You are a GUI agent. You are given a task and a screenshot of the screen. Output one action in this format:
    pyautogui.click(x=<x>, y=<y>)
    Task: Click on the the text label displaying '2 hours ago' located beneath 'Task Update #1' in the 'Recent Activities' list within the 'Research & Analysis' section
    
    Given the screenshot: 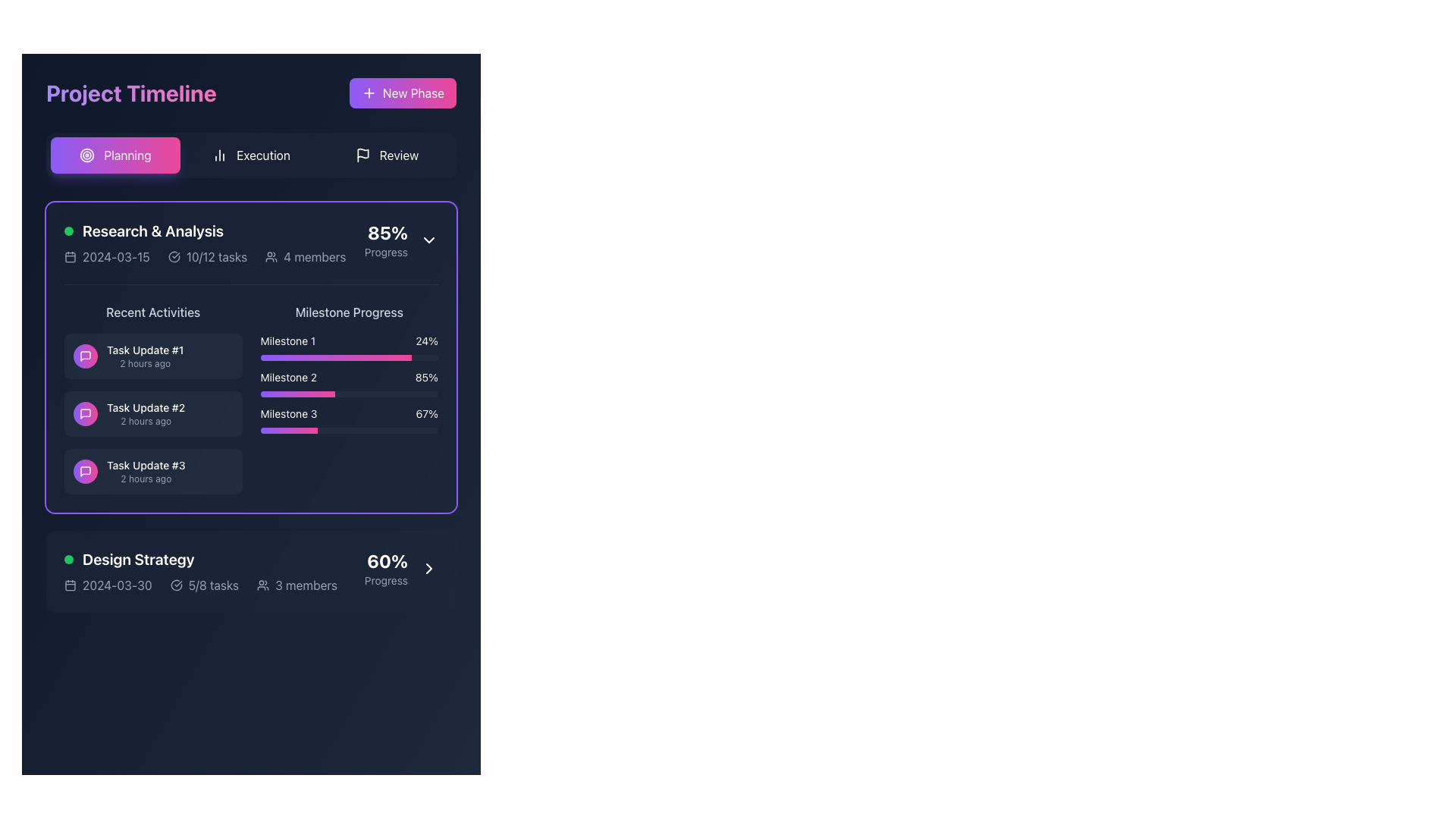 What is the action you would take?
    pyautogui.click(x=145, y=363)
    